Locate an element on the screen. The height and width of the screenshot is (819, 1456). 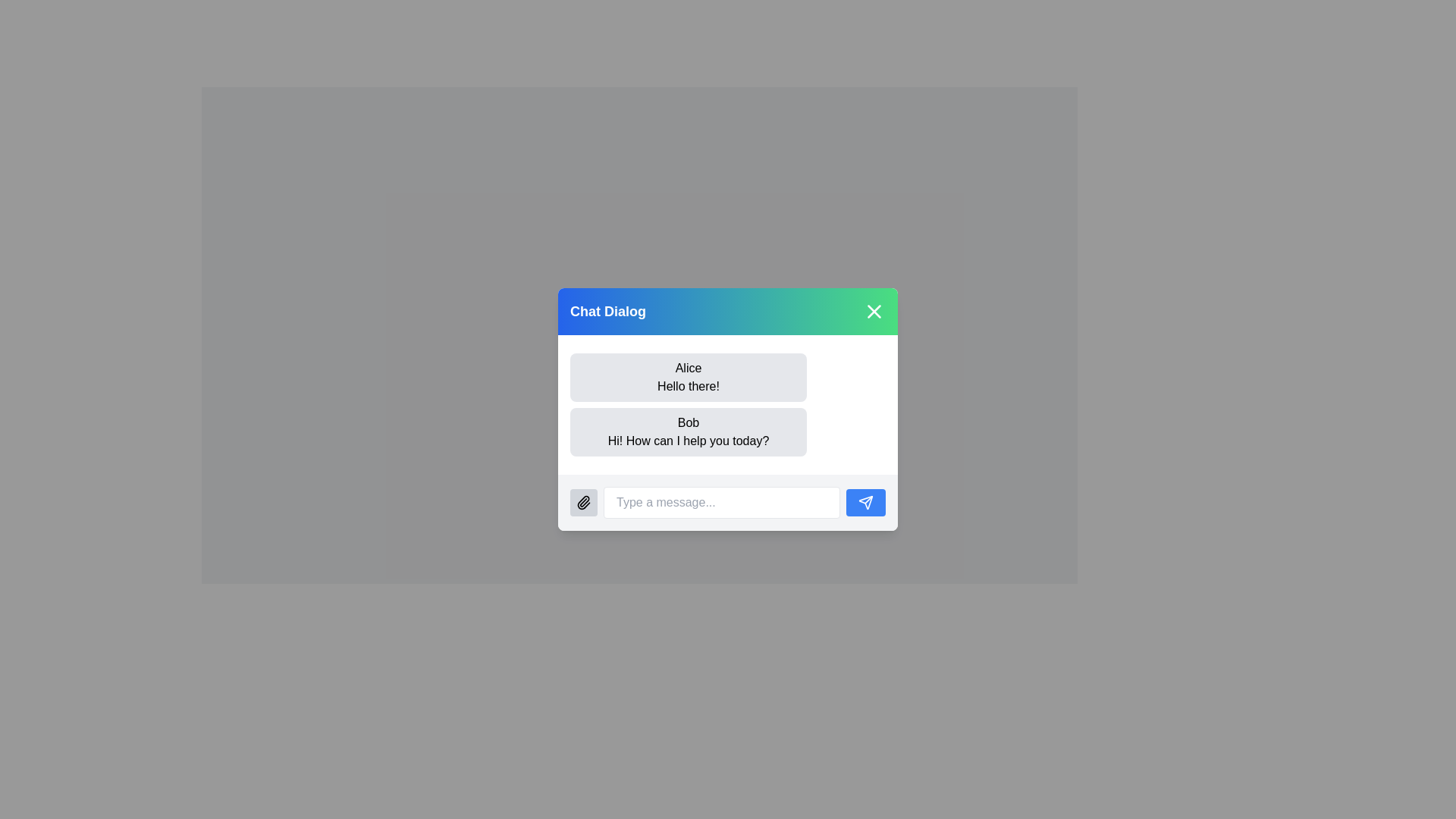
the blue button with a paper plane icon located at the bottom-right of the dialog box is located at coordinates (866, 503).